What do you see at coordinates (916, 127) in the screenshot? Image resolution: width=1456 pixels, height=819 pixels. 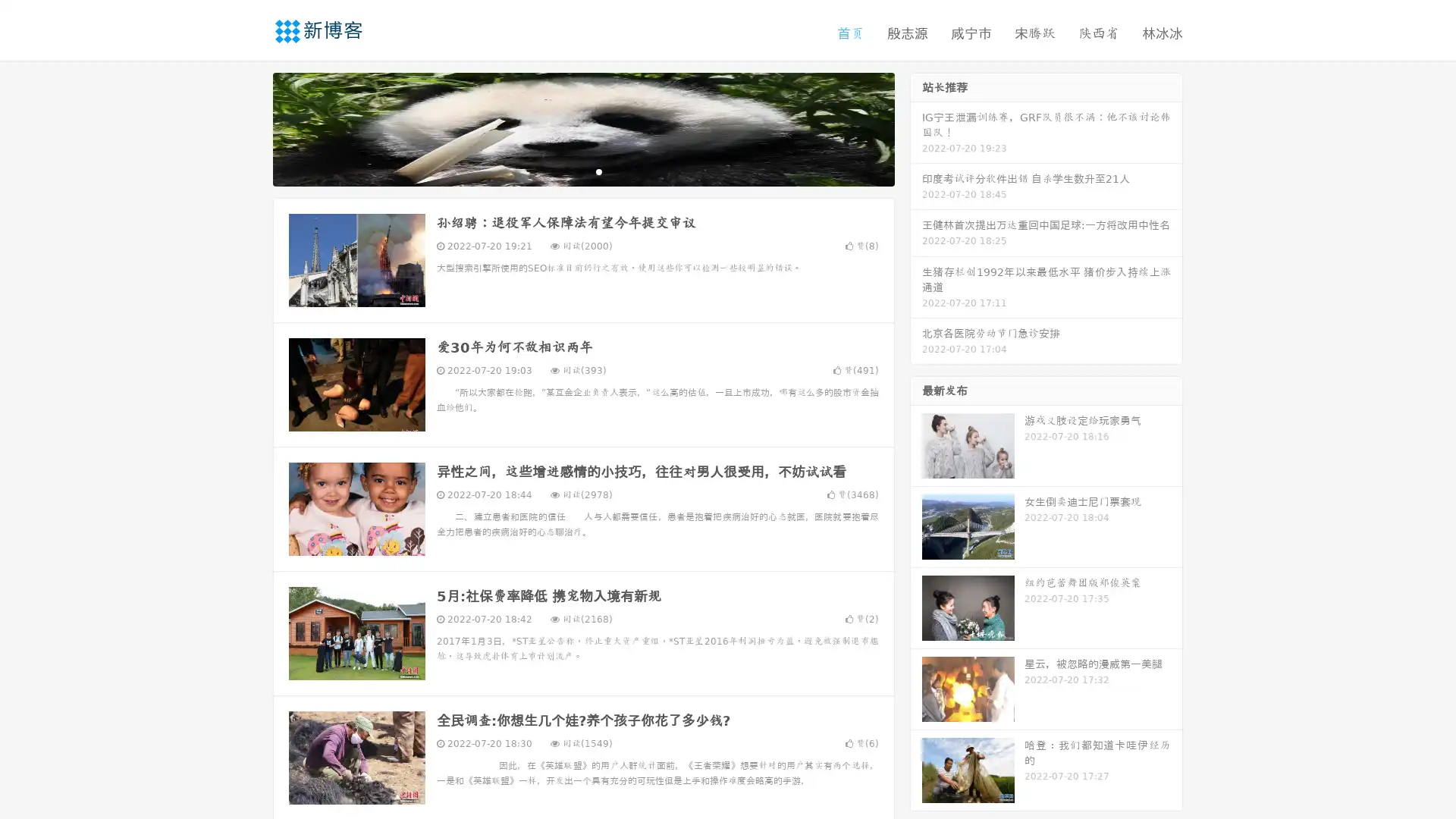 I see `Next slide` at bounding box center [916, 127].